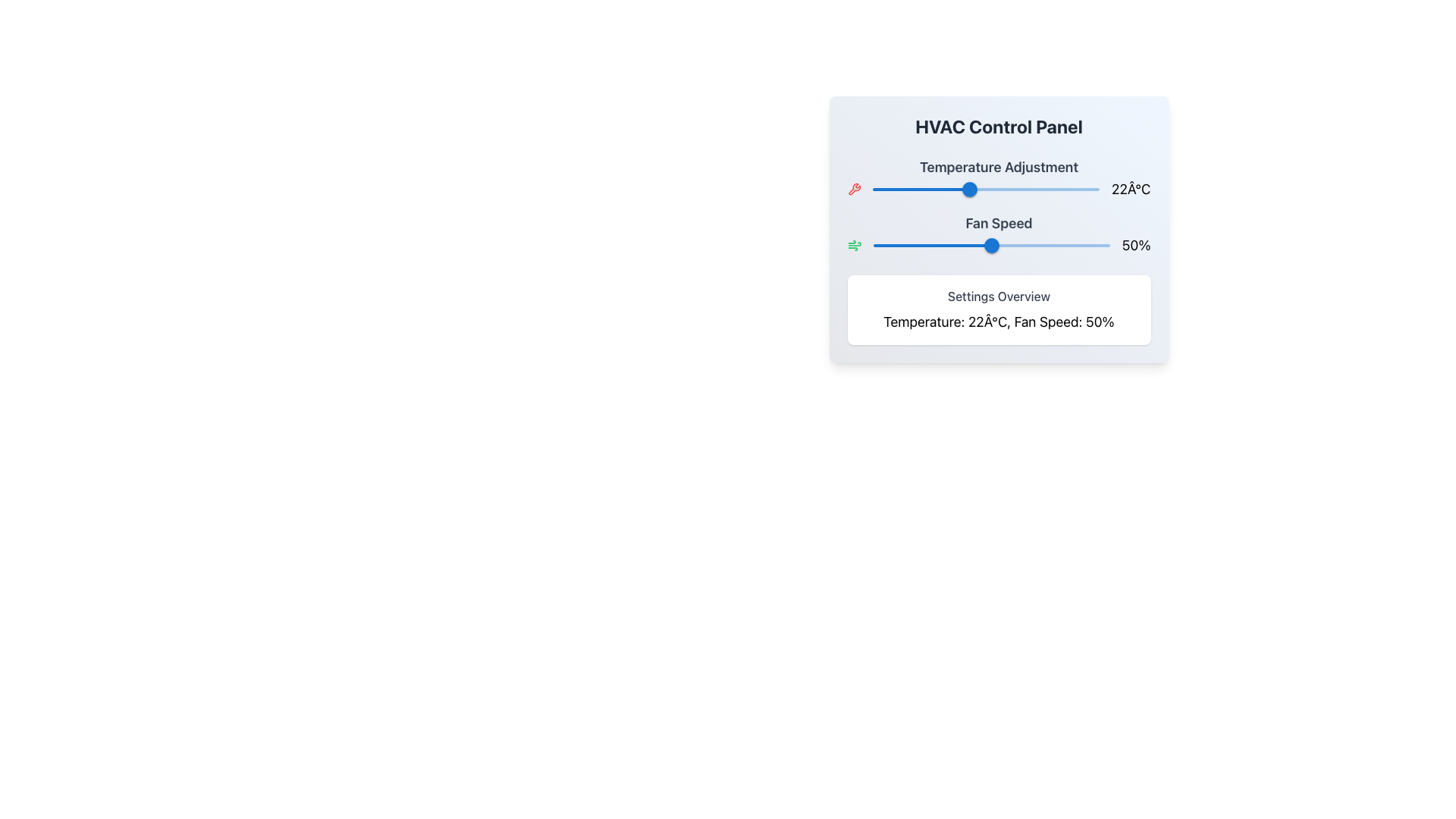 The image size is (1456, 819). I want to click on the red slider rail element located in the HVAC Control Panel, which serves as the background for the temperature adjustment slider, so click(986, 189).